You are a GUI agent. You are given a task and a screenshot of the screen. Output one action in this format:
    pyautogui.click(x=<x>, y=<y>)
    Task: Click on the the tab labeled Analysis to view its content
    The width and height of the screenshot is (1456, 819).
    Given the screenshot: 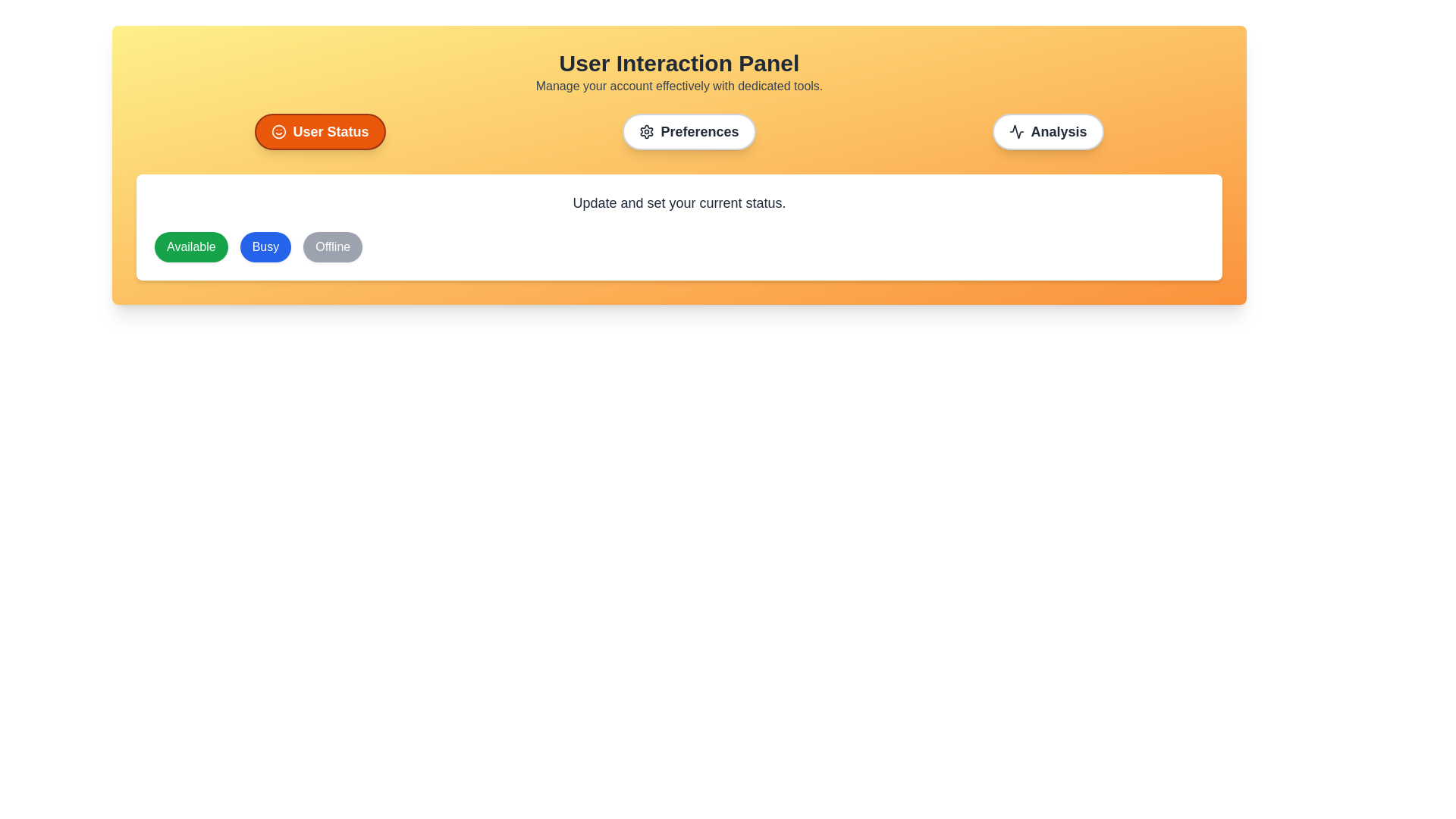 What is the action you would take?
    pyautogui.click(x=1047, y=130)
    